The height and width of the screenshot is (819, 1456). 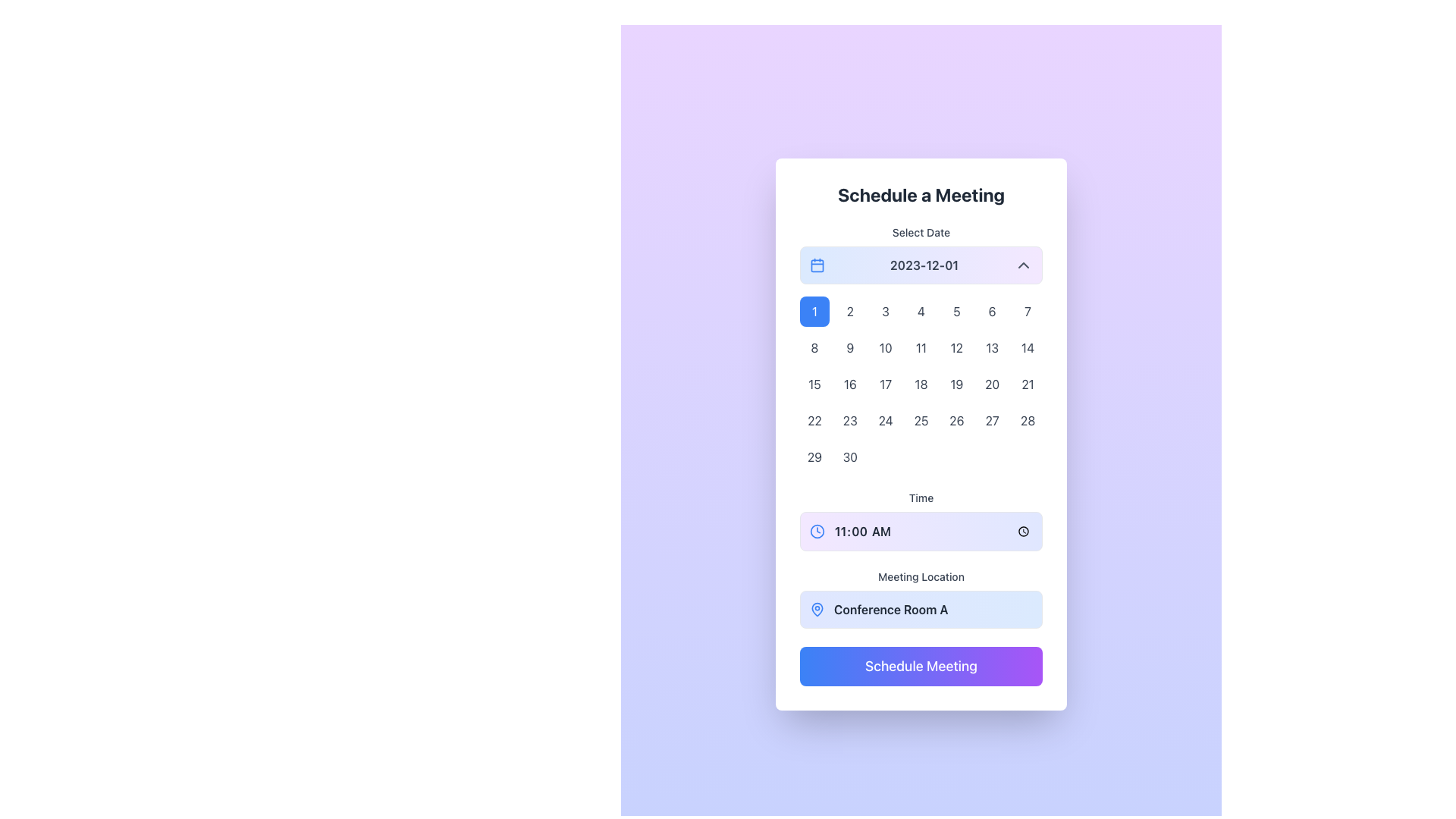 What do you see at coordinates (920, 311) in the screenshot?
I see `the button representing the fourth day of the month in the calendar interface` at bounding box center [920, 311].